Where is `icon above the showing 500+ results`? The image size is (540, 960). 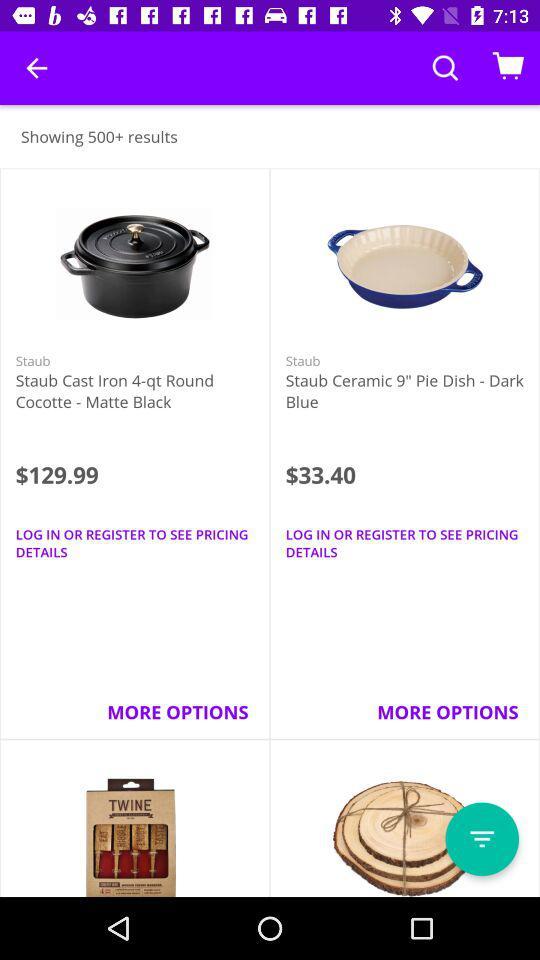
icon above the showing 500+ results is located at coordinates (36, 68).